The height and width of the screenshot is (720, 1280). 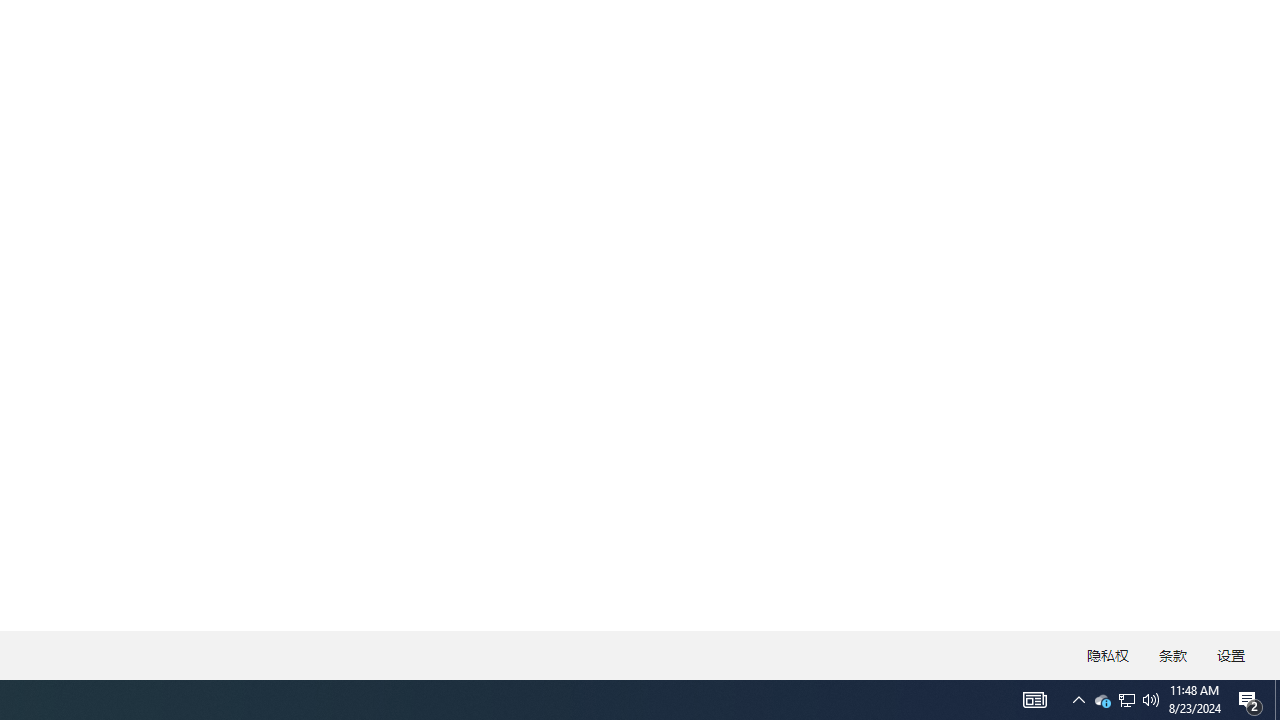 I want to click on 'AutomationID: 4105', so click(x=1034, y=698).